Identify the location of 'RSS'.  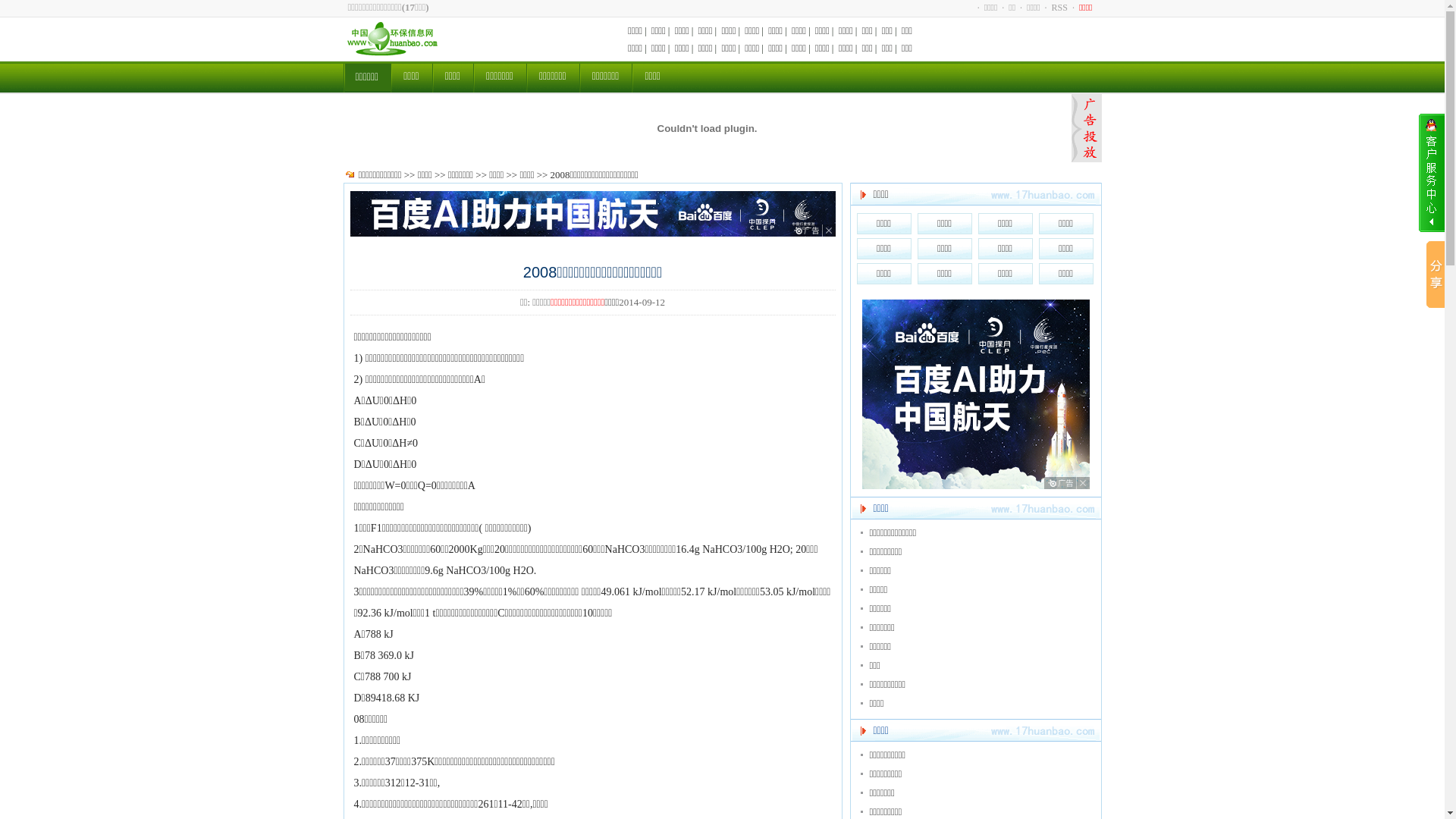
(1059, 8).